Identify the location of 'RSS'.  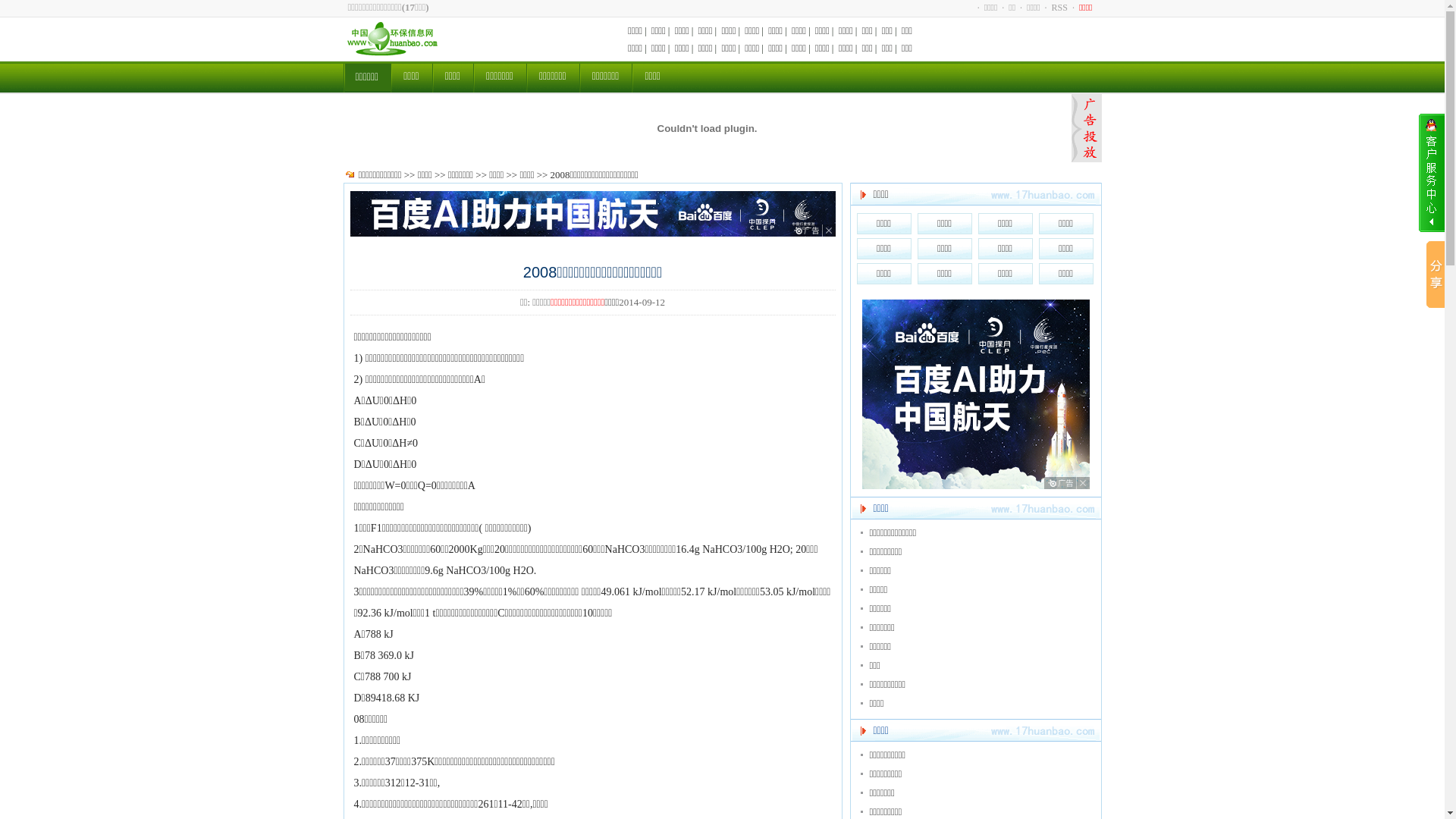
(1059, 8).